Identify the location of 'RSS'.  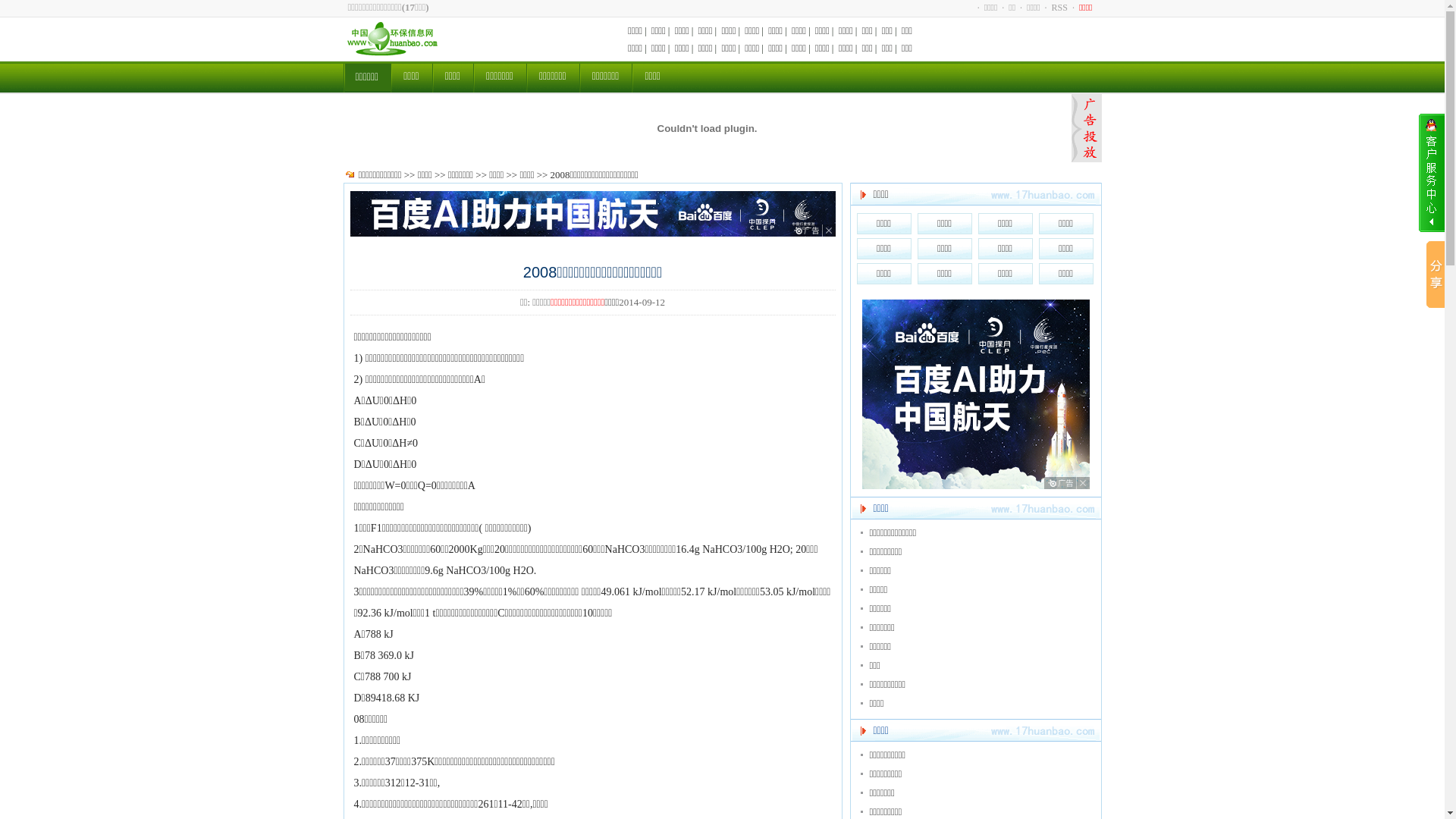
(1059, 8).